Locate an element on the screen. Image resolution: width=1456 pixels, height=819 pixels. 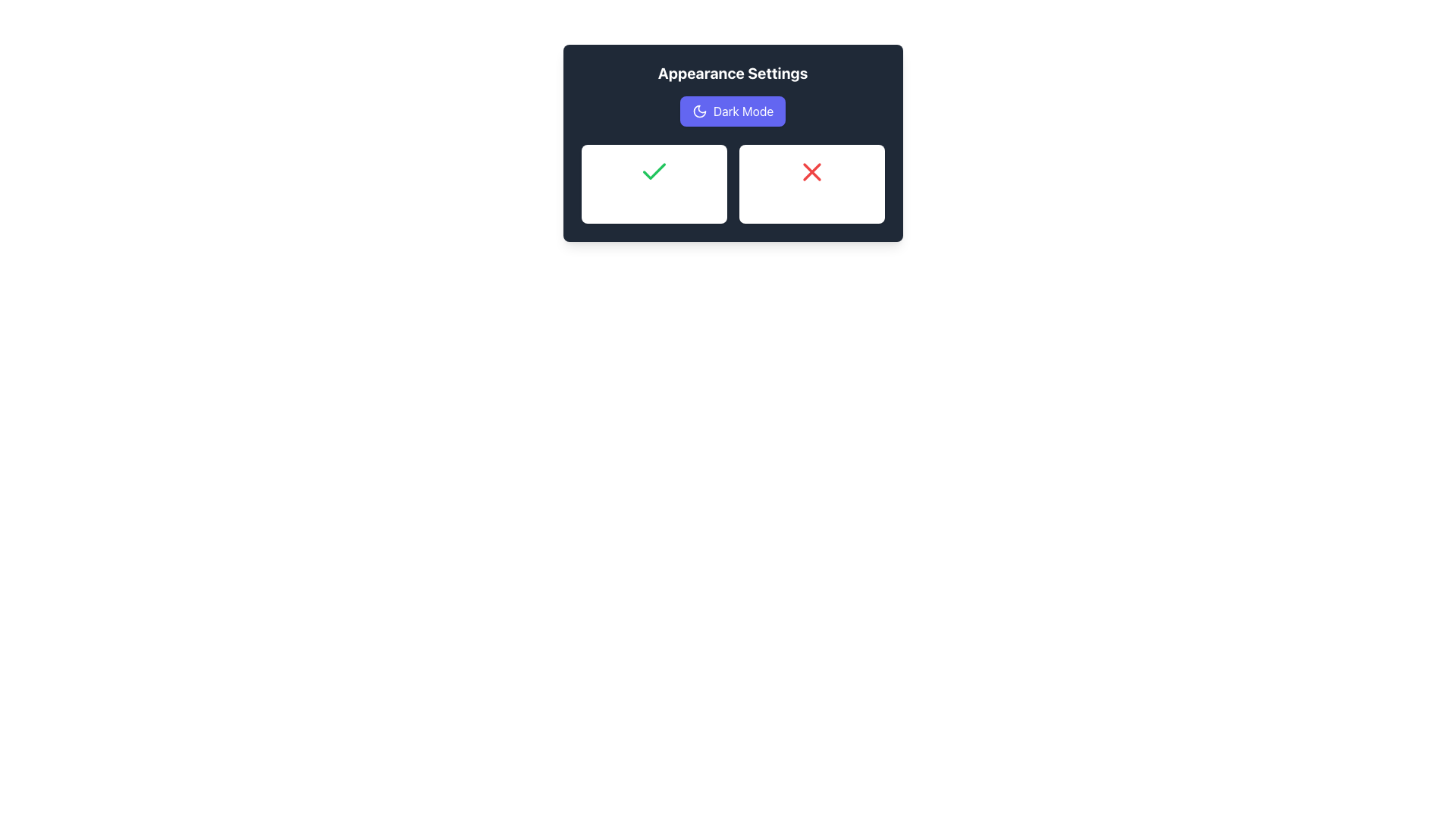
the toggle button for 'Dark Mode' located is located at coordinates (733, 110).